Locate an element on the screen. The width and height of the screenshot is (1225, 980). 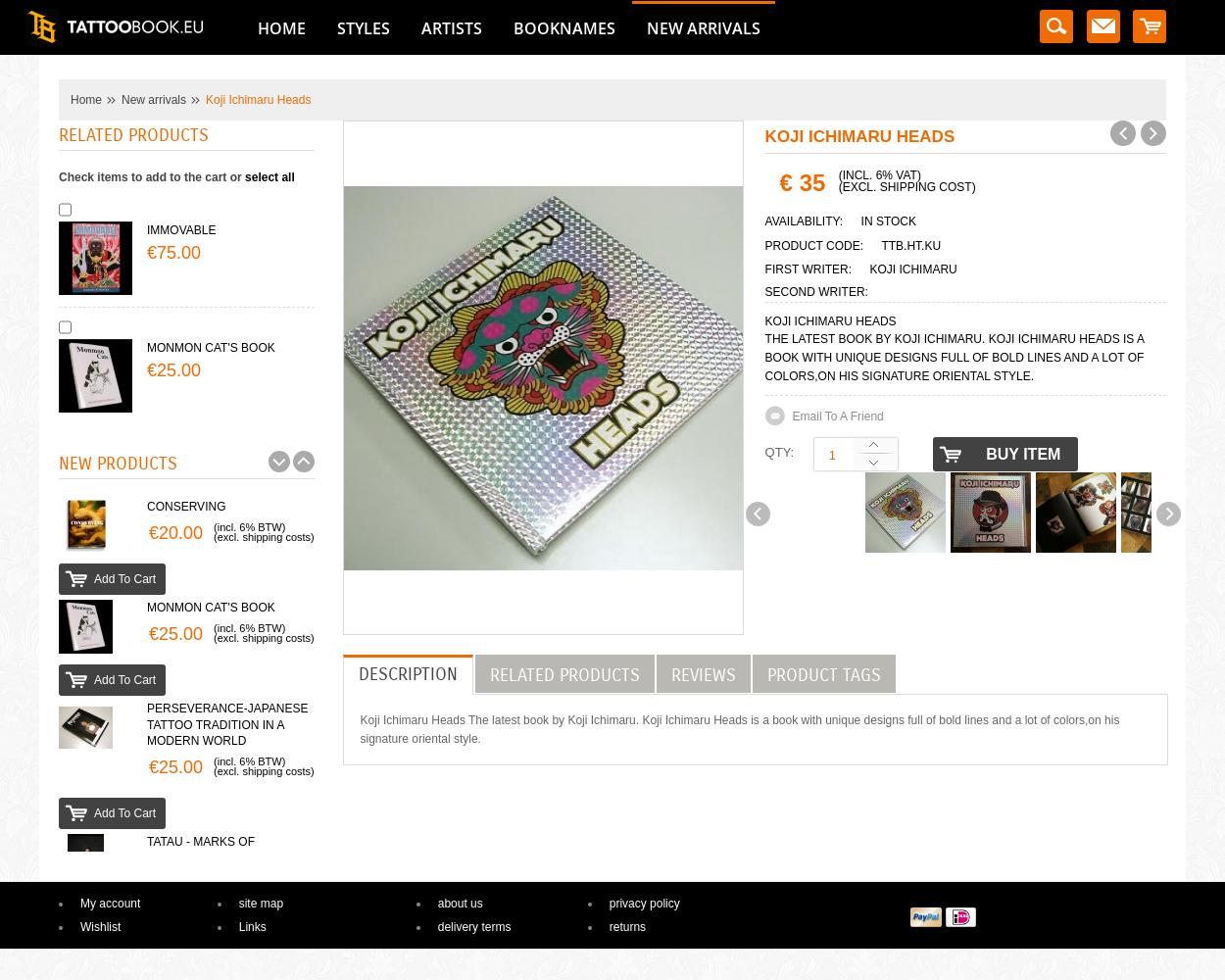
'CONSERVING' is located at coordinates (185, 507).